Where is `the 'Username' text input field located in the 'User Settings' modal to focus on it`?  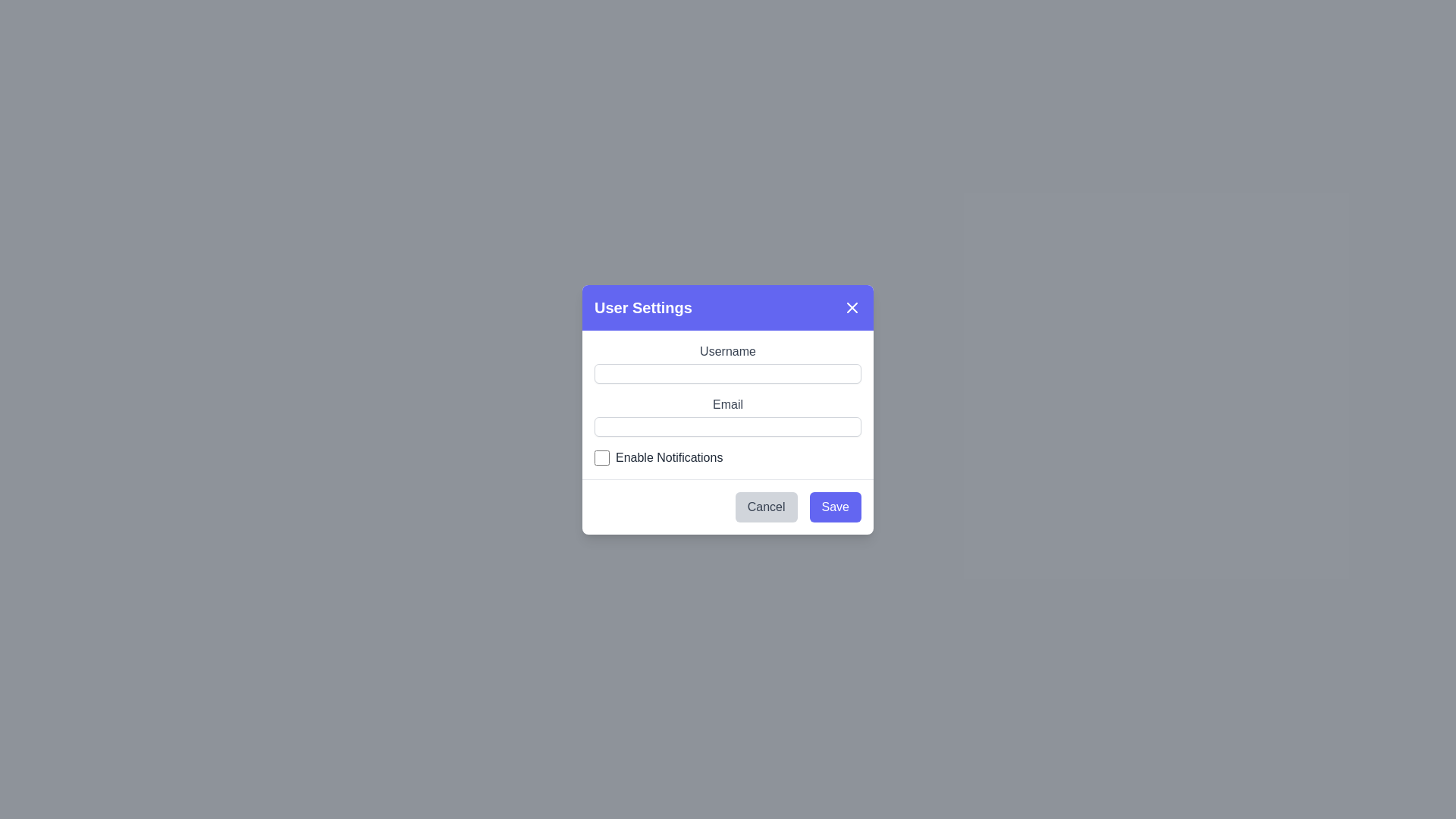 the 'Username' text input field located in the 'User Settings' modal to focus on it is located at coordinates (728, 362).